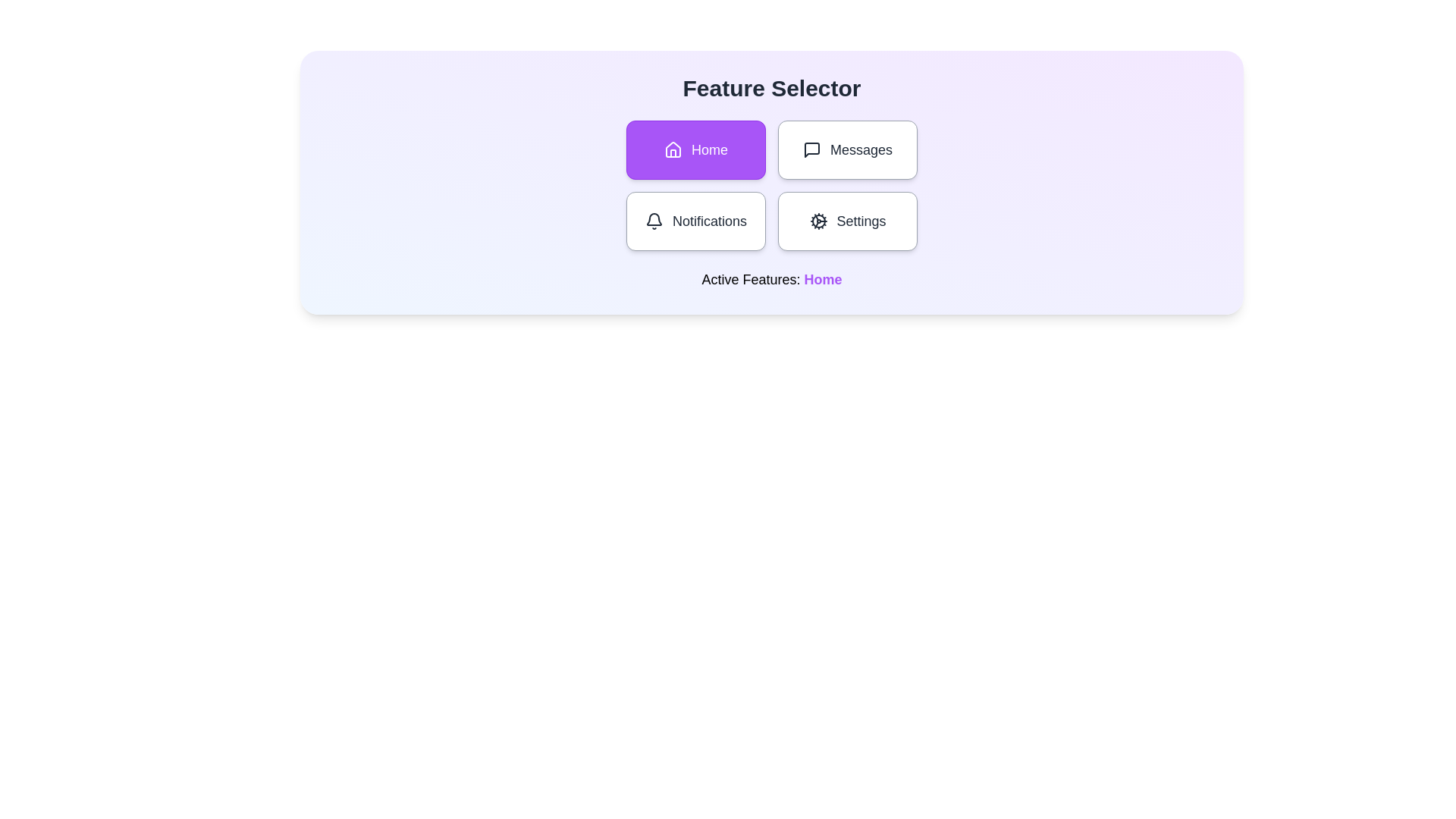 This screenshot has height=819, width=1456. I want to click on the bell-shaped notification icon located at the bottom-left corner of the 'Notifications' button, which serves as a visual cue for alerts, so click(654, 219).